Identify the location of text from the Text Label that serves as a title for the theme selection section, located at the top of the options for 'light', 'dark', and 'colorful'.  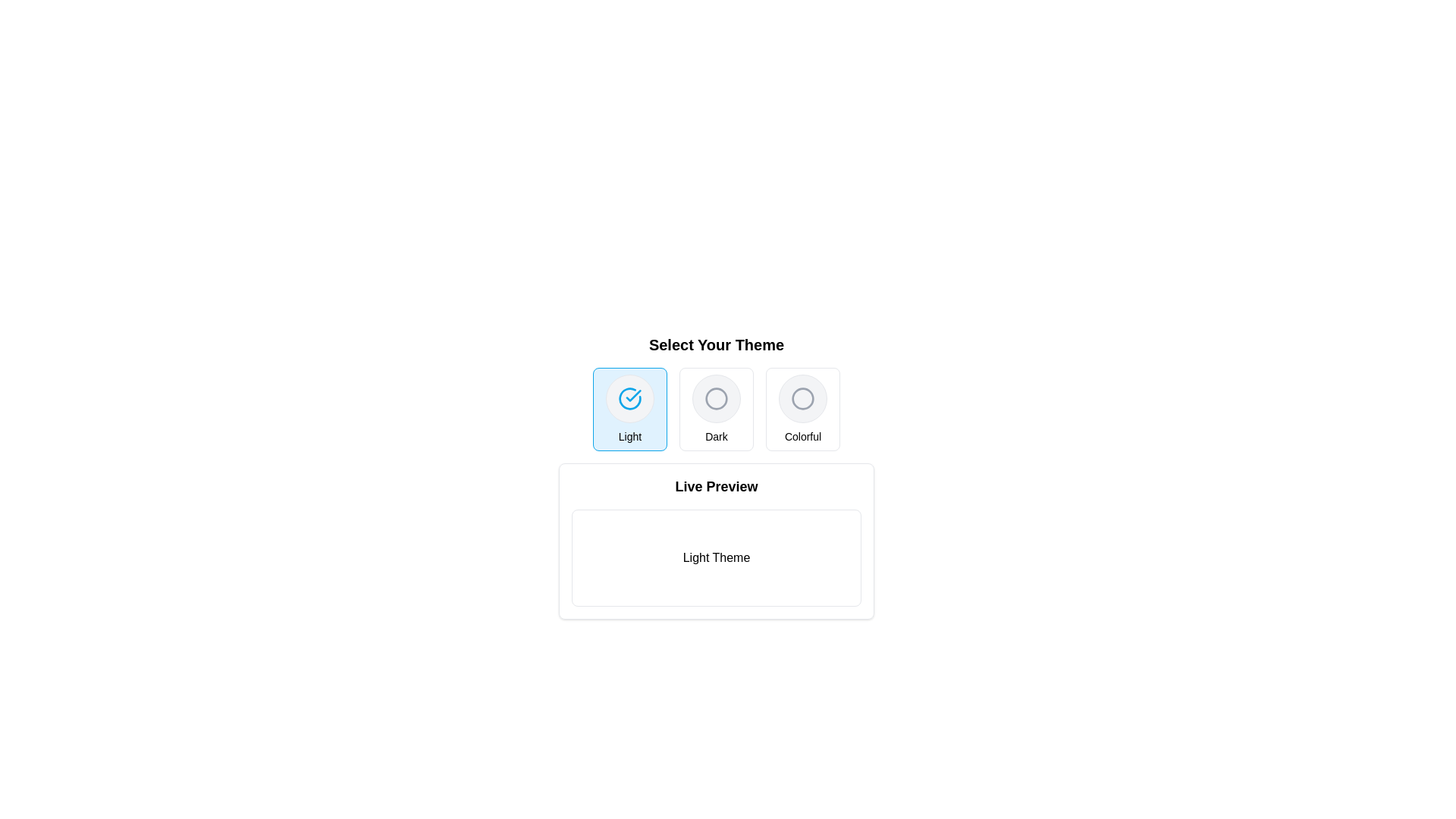
(716, 345).